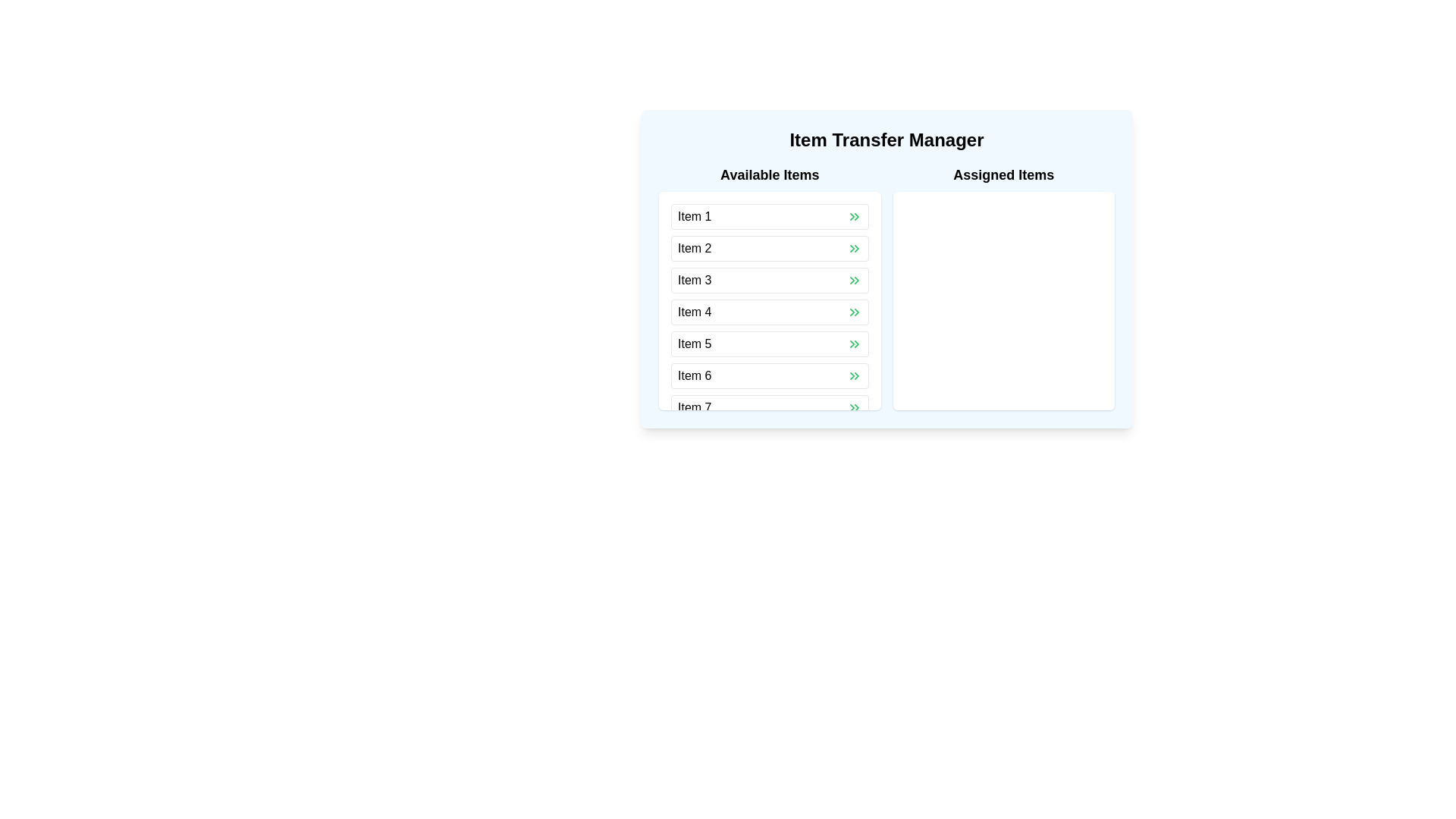  I want to click on the text label displaying 'Item 3' in the 'Available Items' section, which is the third item from the top, so click(694, 281).